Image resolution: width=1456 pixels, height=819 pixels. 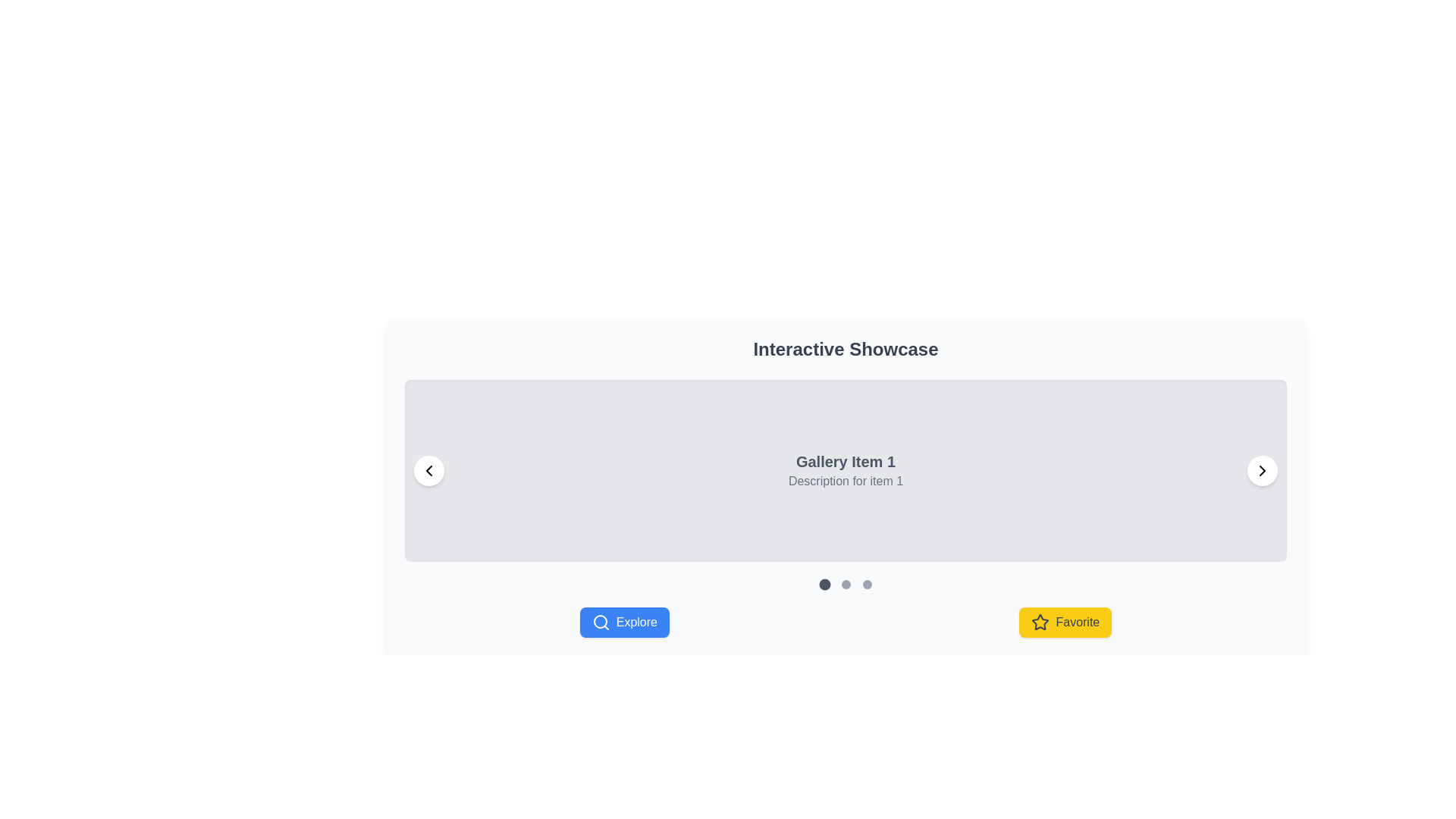 What do you see at coordinates (1263, 470) in the screenshot?
I see `the chevron icon embedded in the circular button located at the bottom-right corner of the 'Gallery Item 1' card to navigate to the next item in the gallery` at bounding box center [1263, 470].